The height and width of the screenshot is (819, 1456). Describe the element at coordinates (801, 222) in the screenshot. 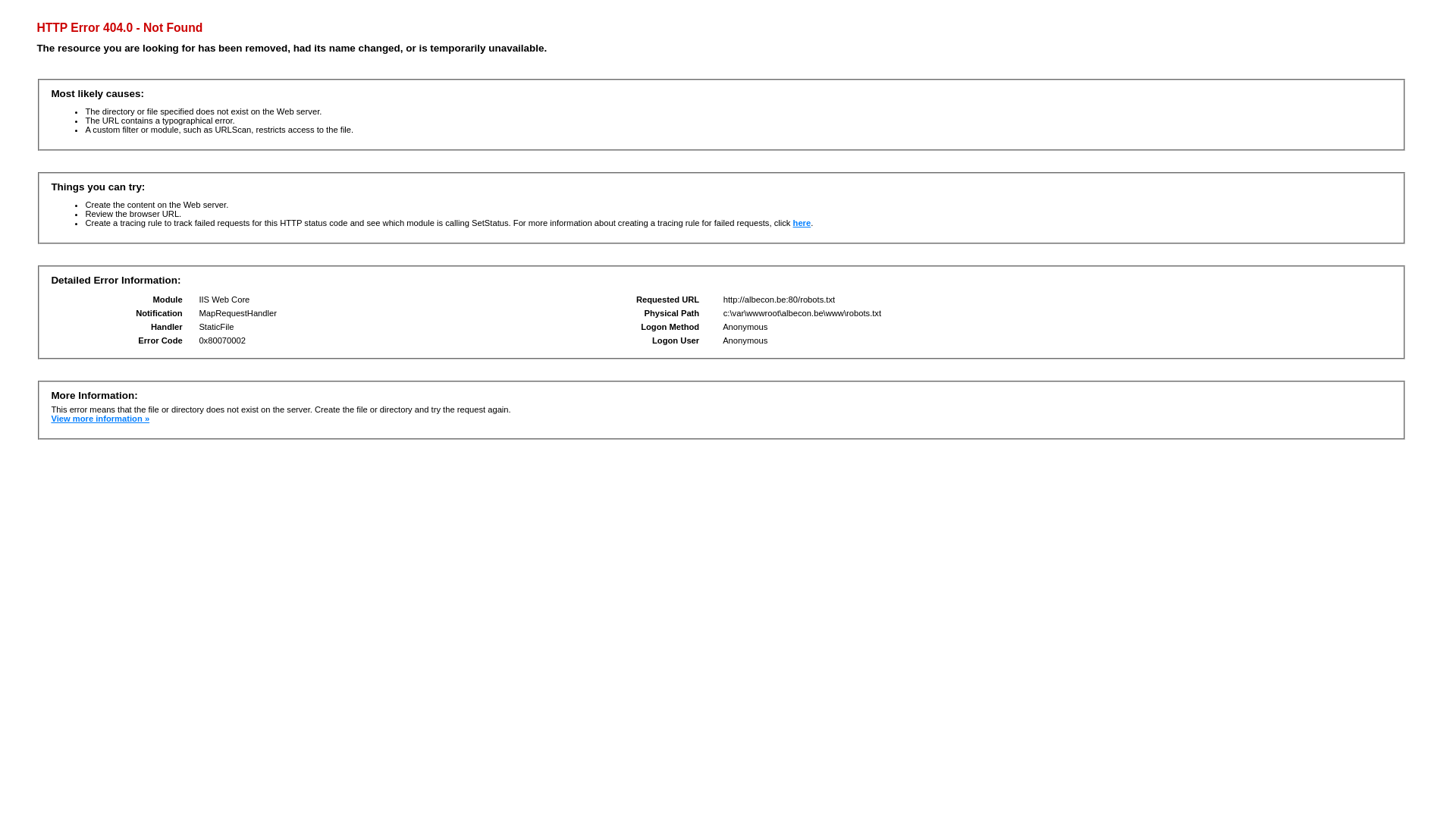

I see `'here'` at that location.